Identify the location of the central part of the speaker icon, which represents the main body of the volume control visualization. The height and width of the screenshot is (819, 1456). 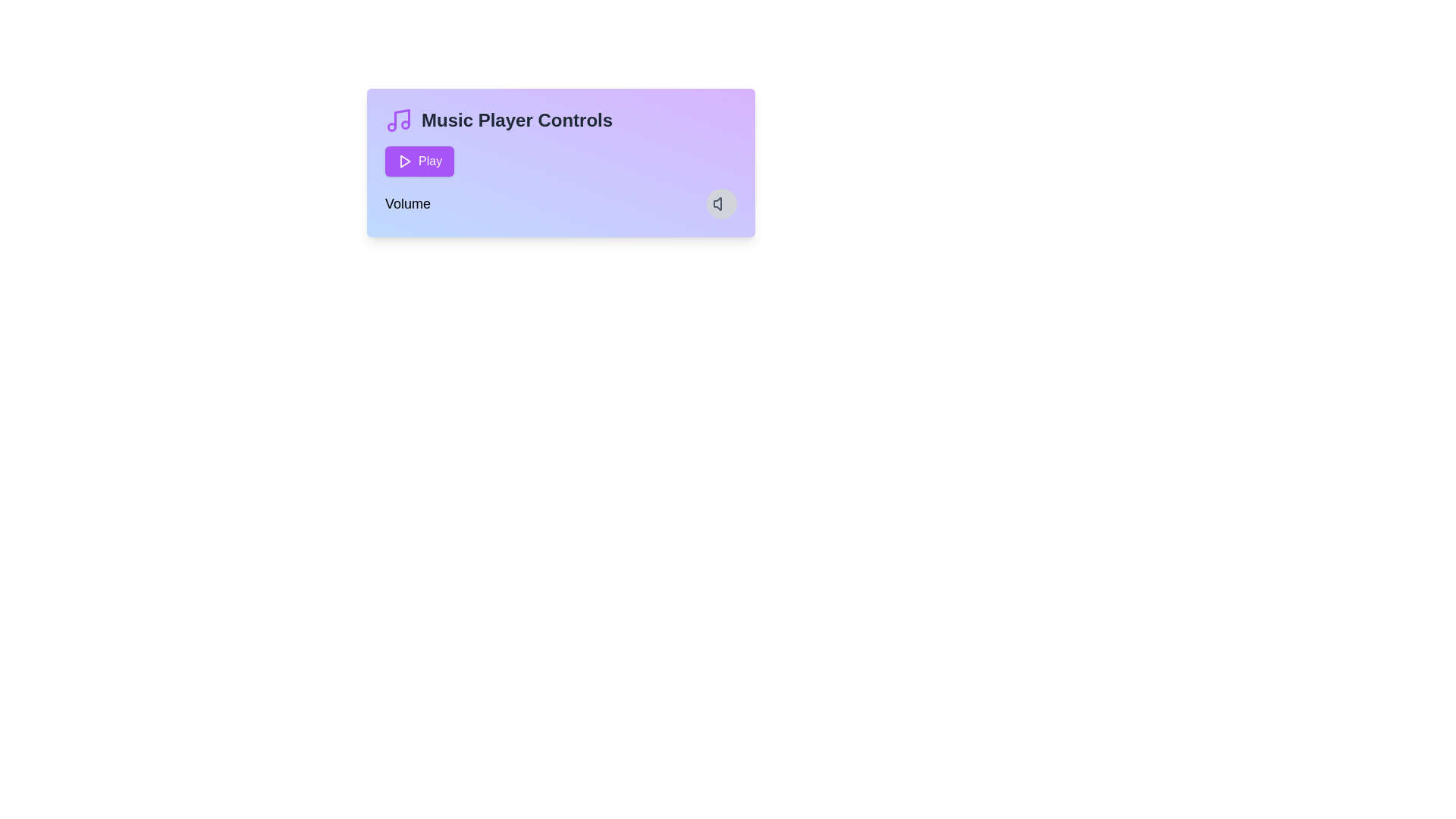
(717, 203).